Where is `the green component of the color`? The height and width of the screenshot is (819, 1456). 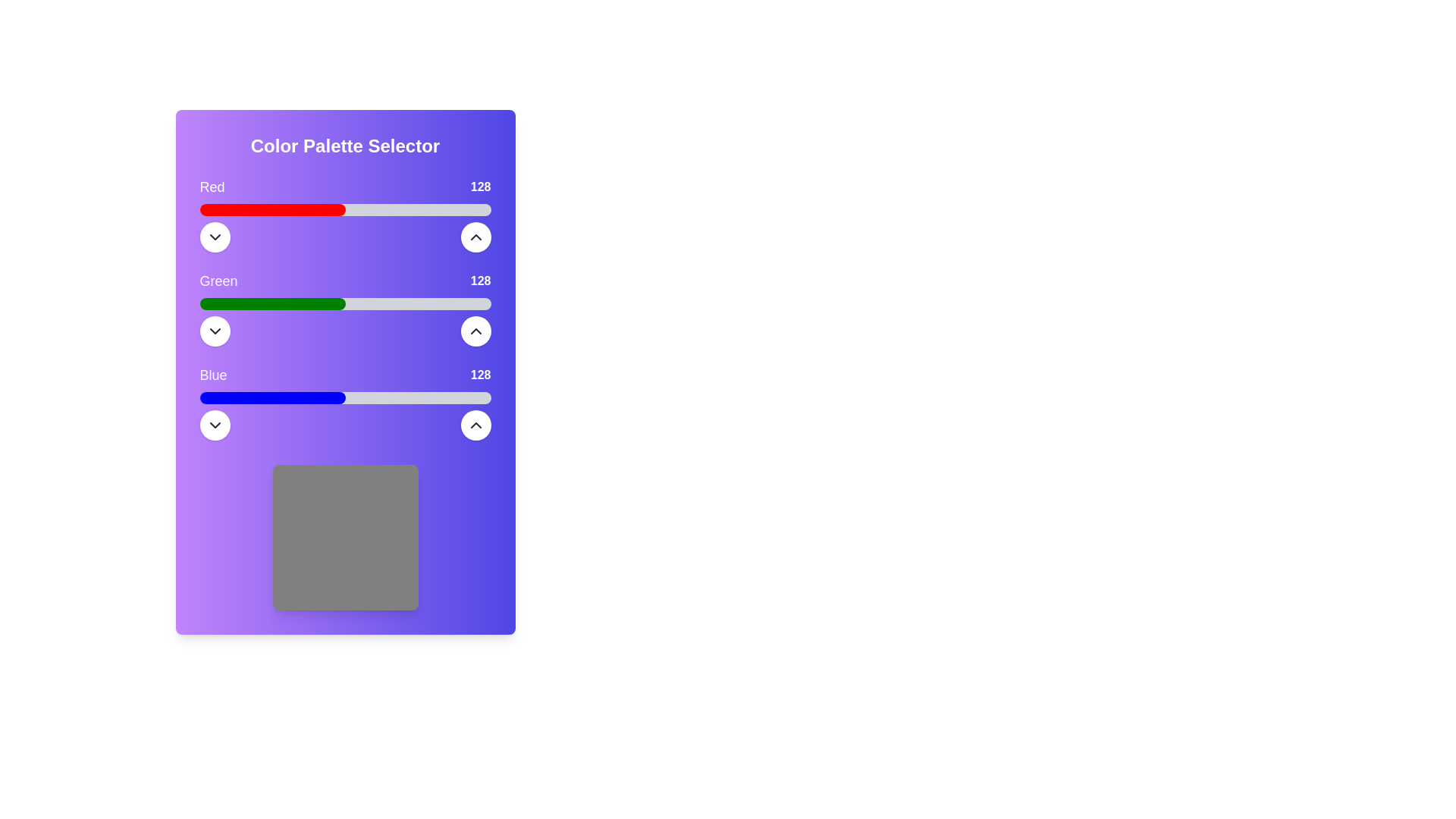 the green component of the color is located at coordinates (307, 304).